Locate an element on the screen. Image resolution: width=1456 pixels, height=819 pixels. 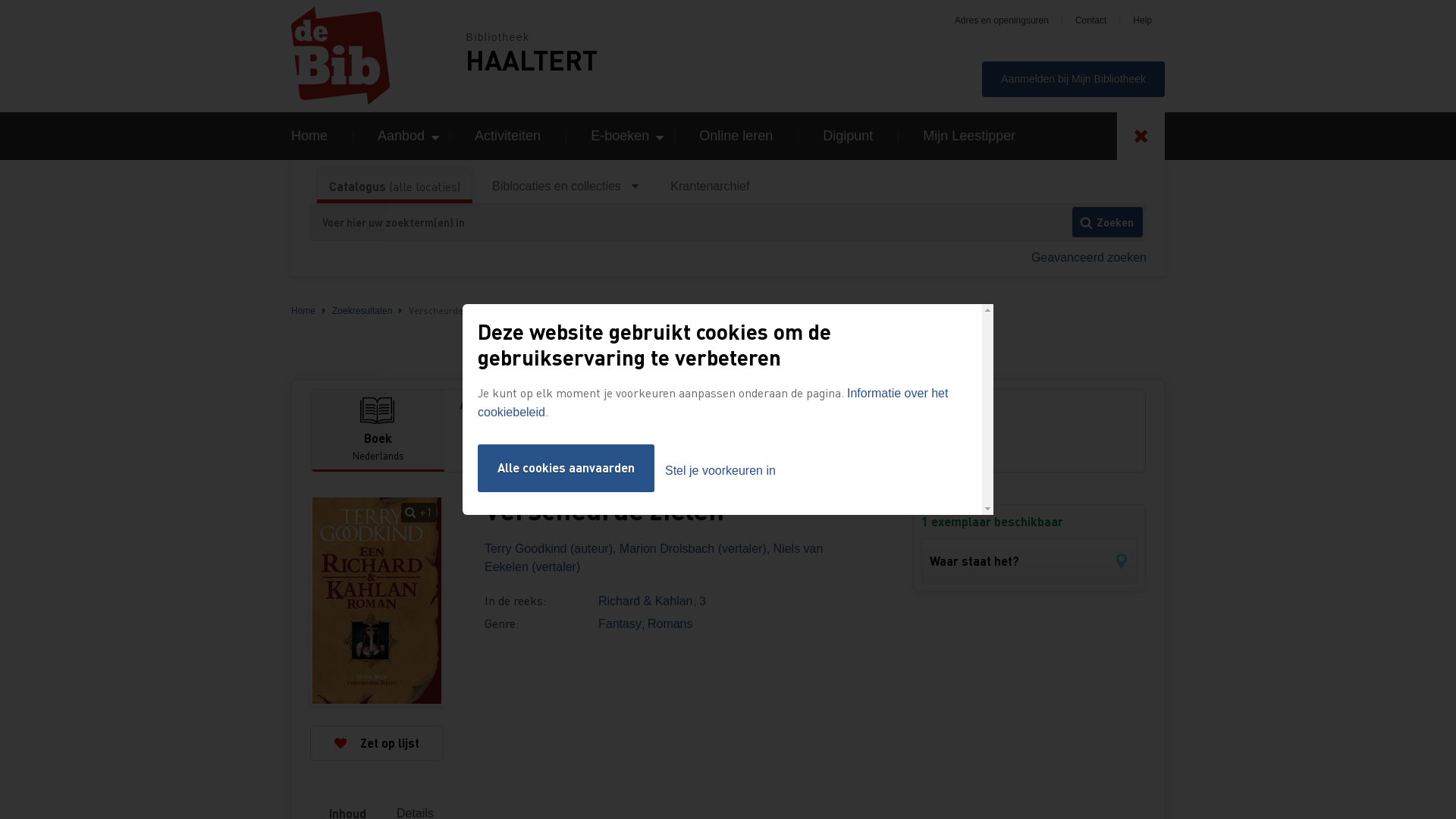
'Aanmelden bij Mijn Bibliotheek' is located at coordinates (1072, 79).